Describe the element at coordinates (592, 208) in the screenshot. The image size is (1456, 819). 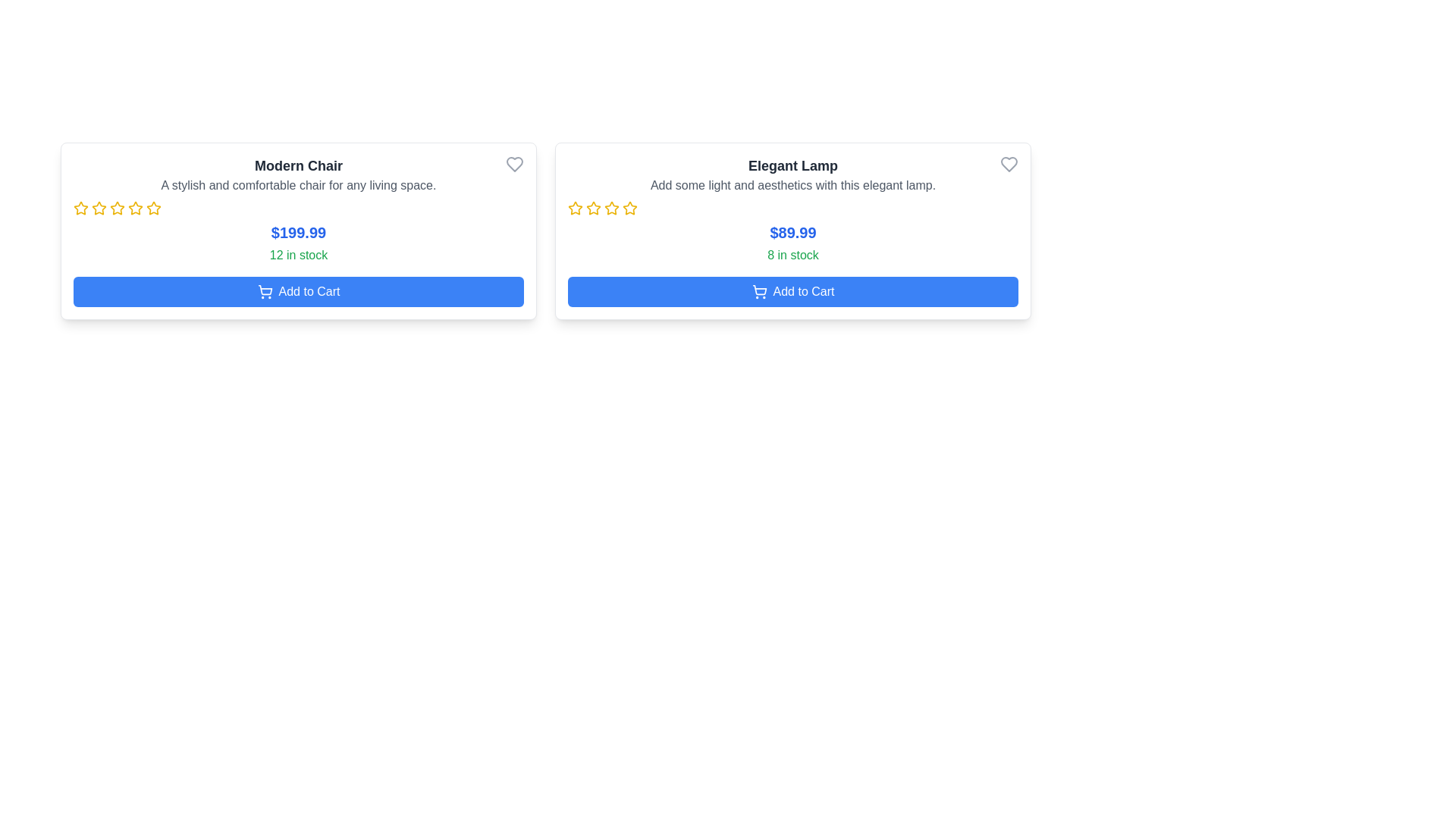
I see `the third star icon in the rating component for the 'Elegant Lamp' product listing, which visually represents a selected rating` at that location.